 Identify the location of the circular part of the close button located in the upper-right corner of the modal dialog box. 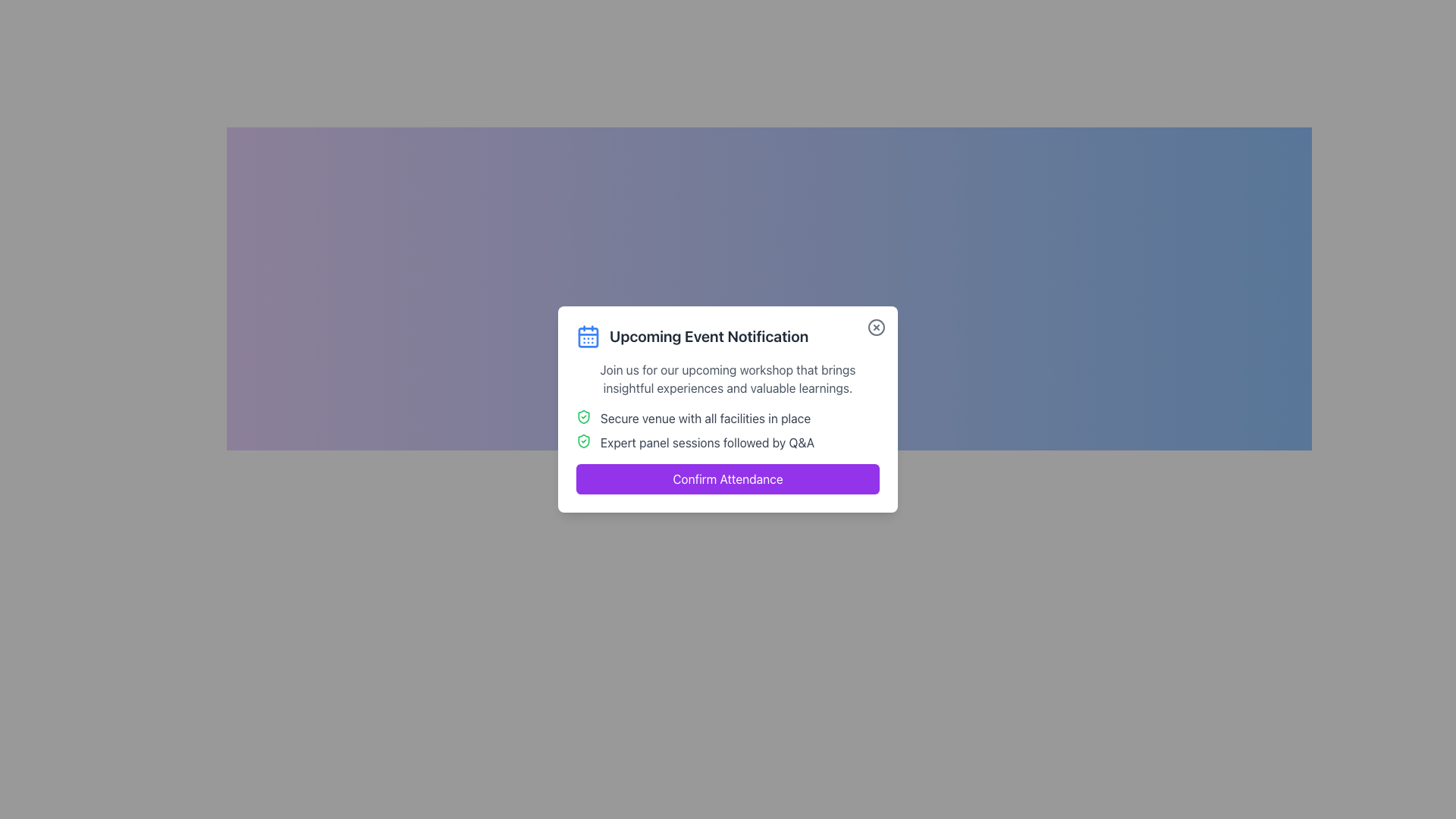
(877, 327).